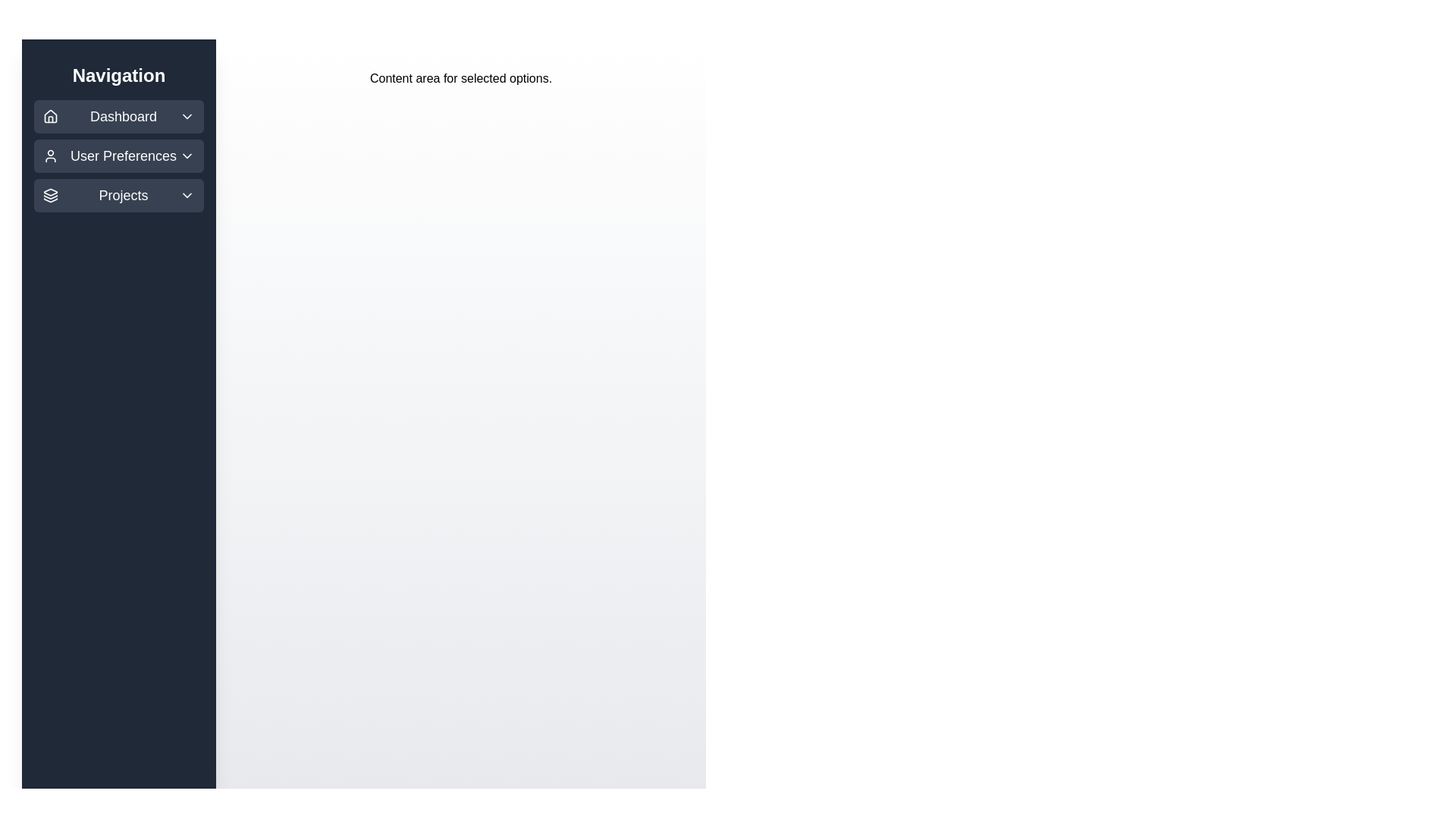  What do you see at coordinates (186, 155) in the screenshot?
I see `the collapsible menu indicator icon located to the right of the 'User Preferences' text label` at bounding box center [186, 155].